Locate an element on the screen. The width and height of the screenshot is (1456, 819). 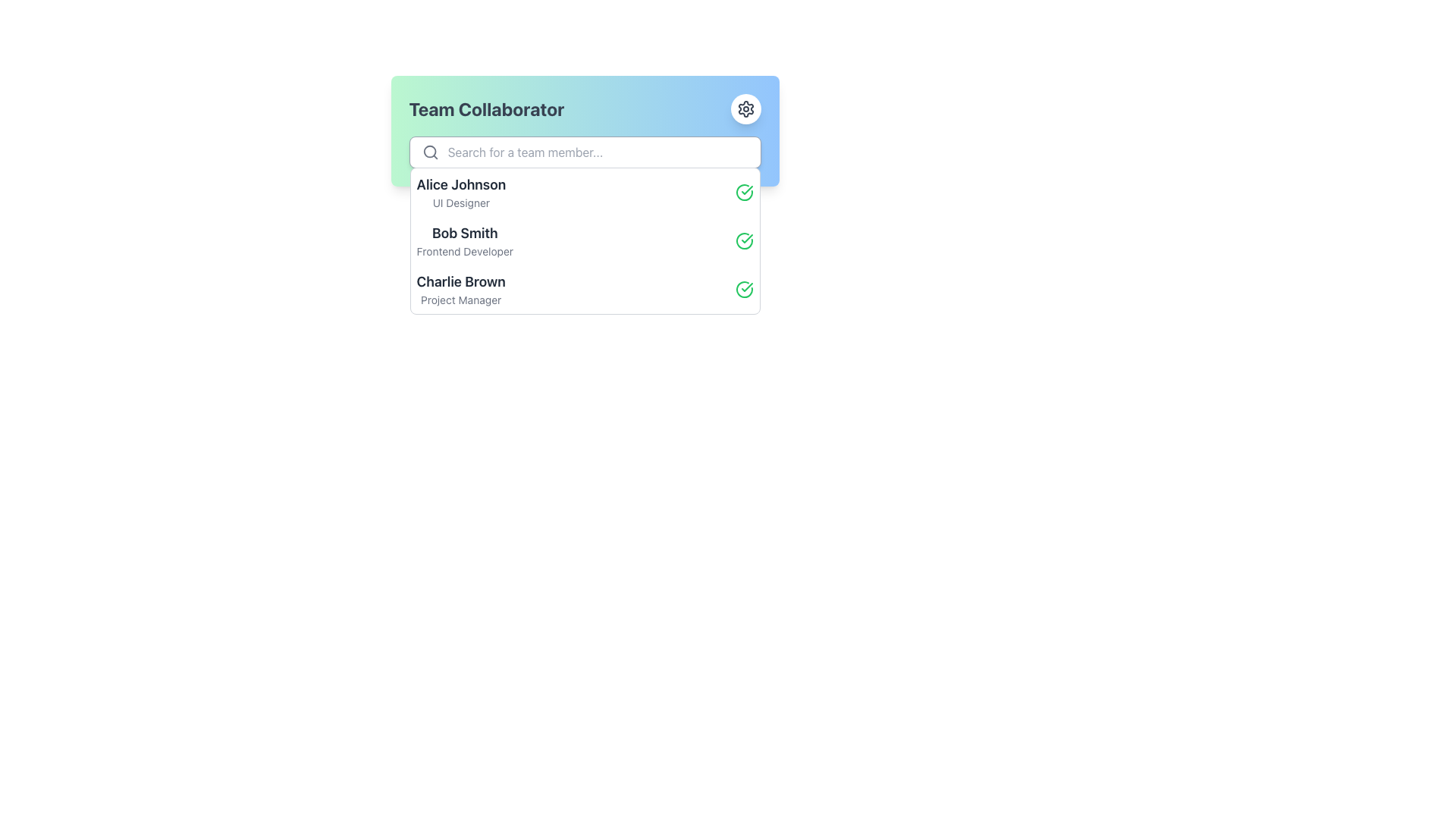
the small circular button with a white background and a gray gear icon located at the top-right corner of the 'Team Collaborator' section header is located at coordinates (745, 108).